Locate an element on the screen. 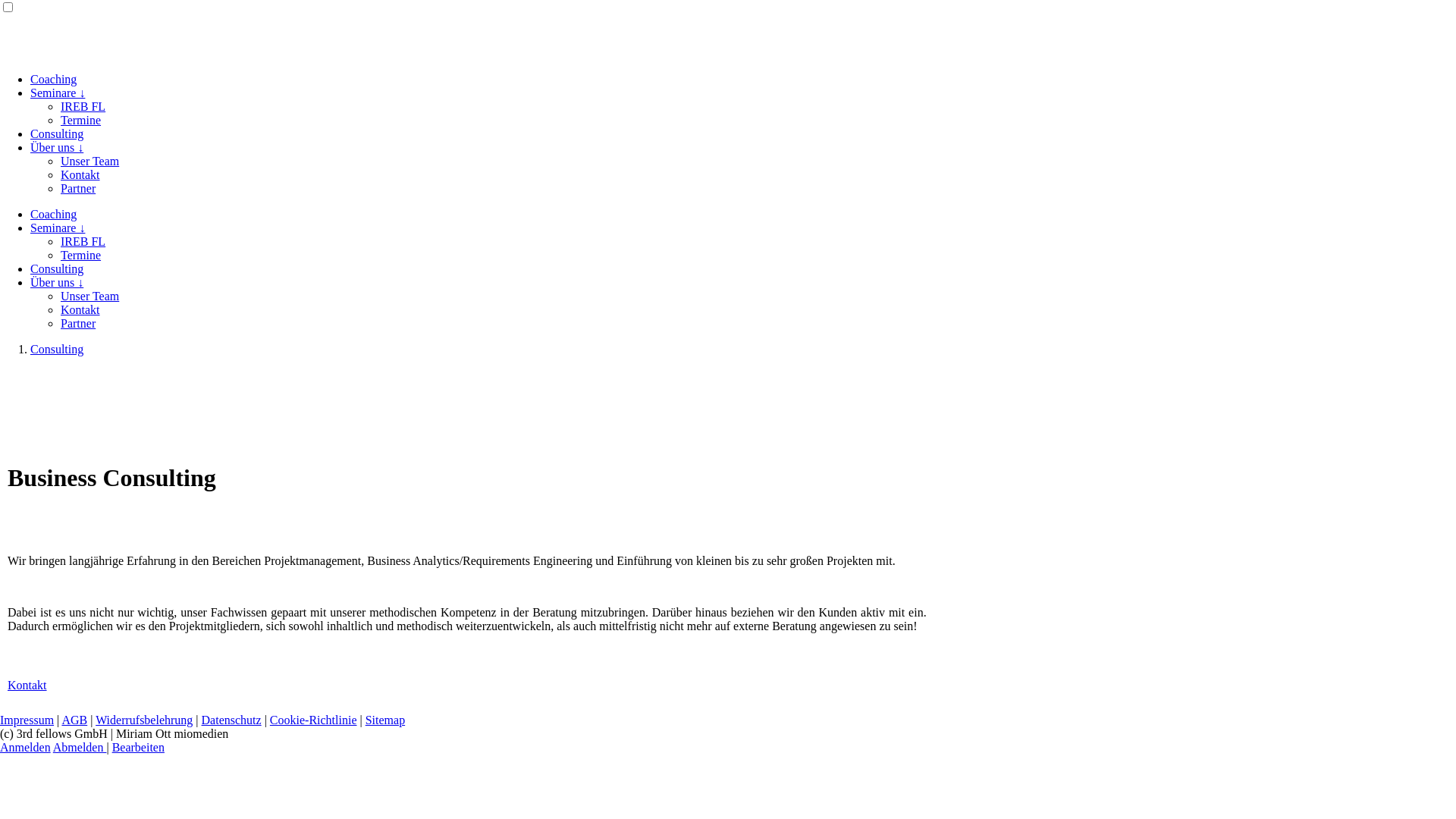 Image resolution: width=1456 pixels, height=819 pixels. 'Coaching' is located at coordinates (53, 214).